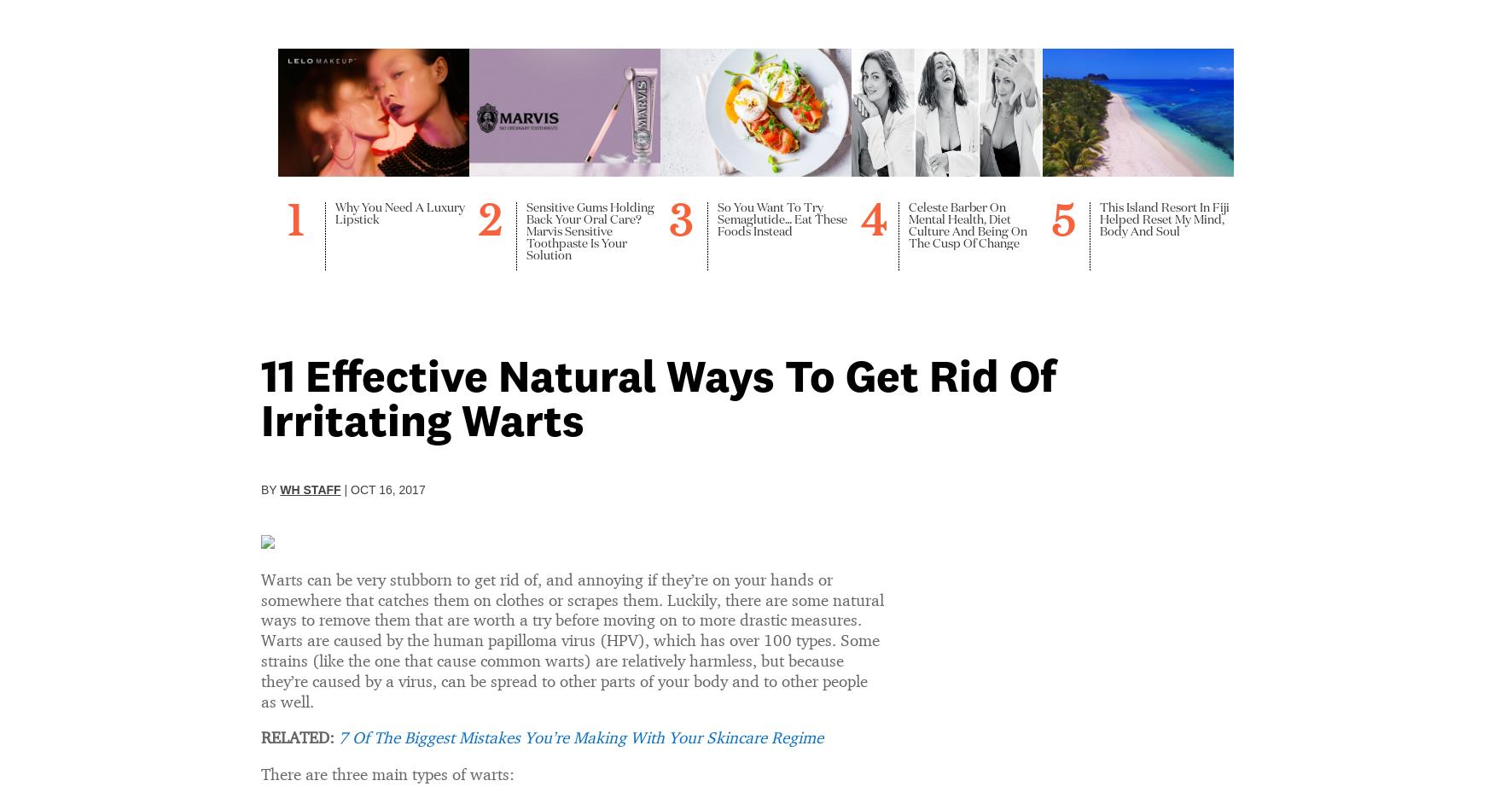 This screenshot has width=1512, height=798. Describe the element at coordinates (967, 200) in the screenshot. I see `'4 Types Of Therapy That Don’t Involve Talking'` at that location.